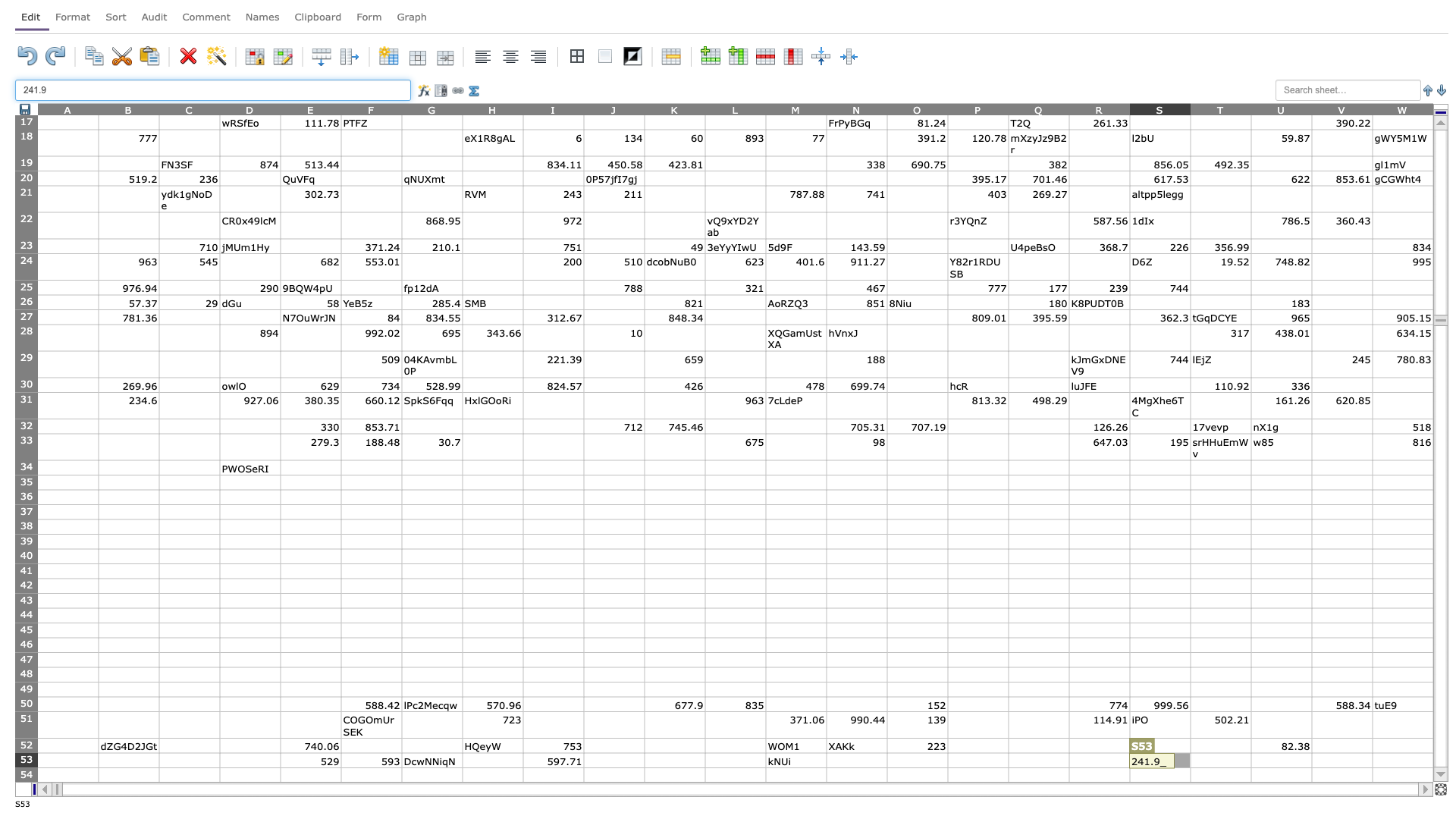 This screenshot has height=819, width=1456. Describe the element at coordinates (1189, 752) in the screenshot. I see `top left corner of T53` at that location.